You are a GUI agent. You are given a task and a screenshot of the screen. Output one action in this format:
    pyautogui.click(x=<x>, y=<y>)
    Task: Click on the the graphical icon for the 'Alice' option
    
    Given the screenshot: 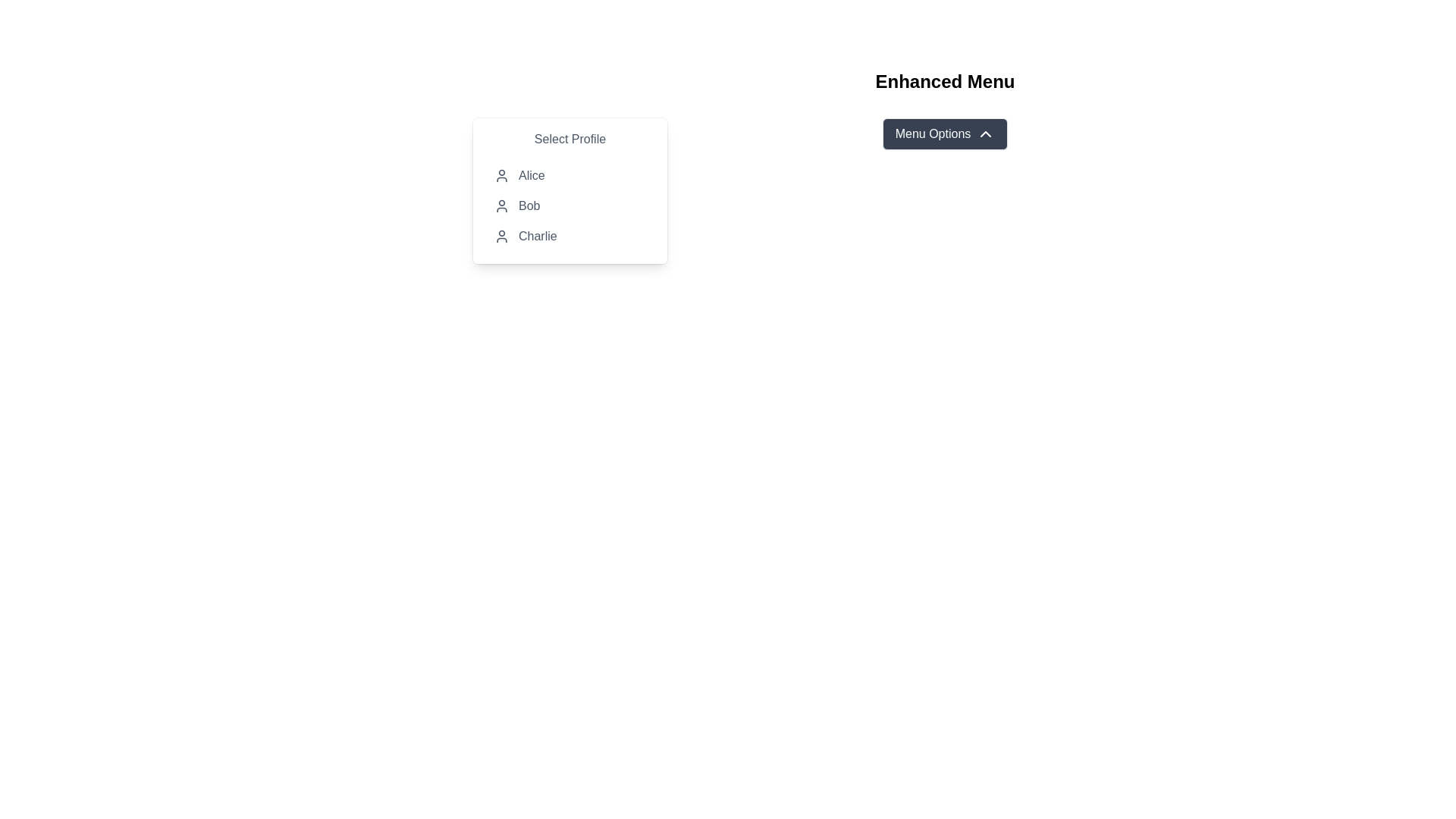 What is the action you would take?
    pyautogui.click(x=502, y=174)
    